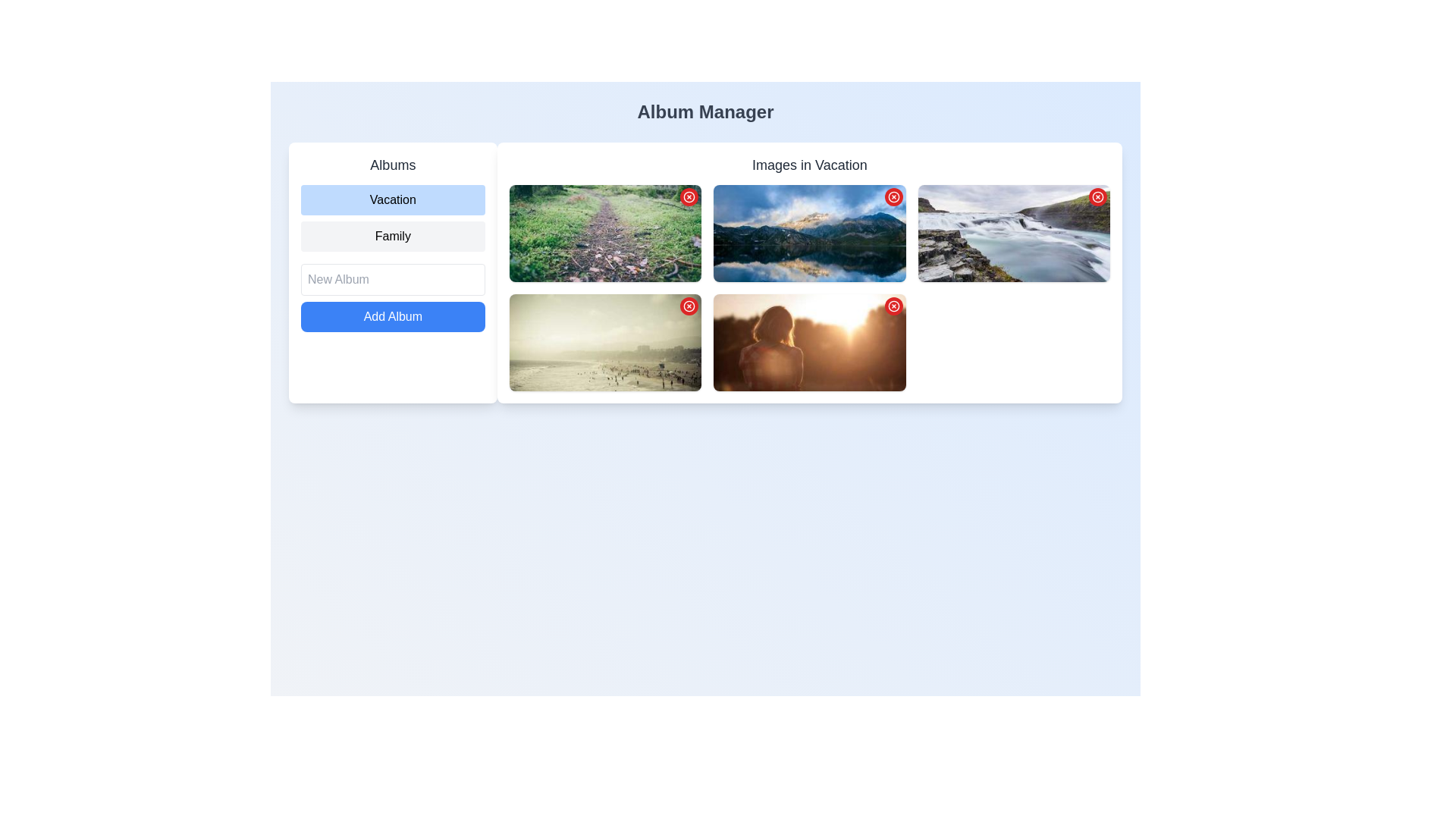  Describe the element at coordinates (893, 196) in the screenshot. I see `the small circular button with a red background and white cross symbol located at the top-right corner of the third image under 'Images in Vacation'` at that location.